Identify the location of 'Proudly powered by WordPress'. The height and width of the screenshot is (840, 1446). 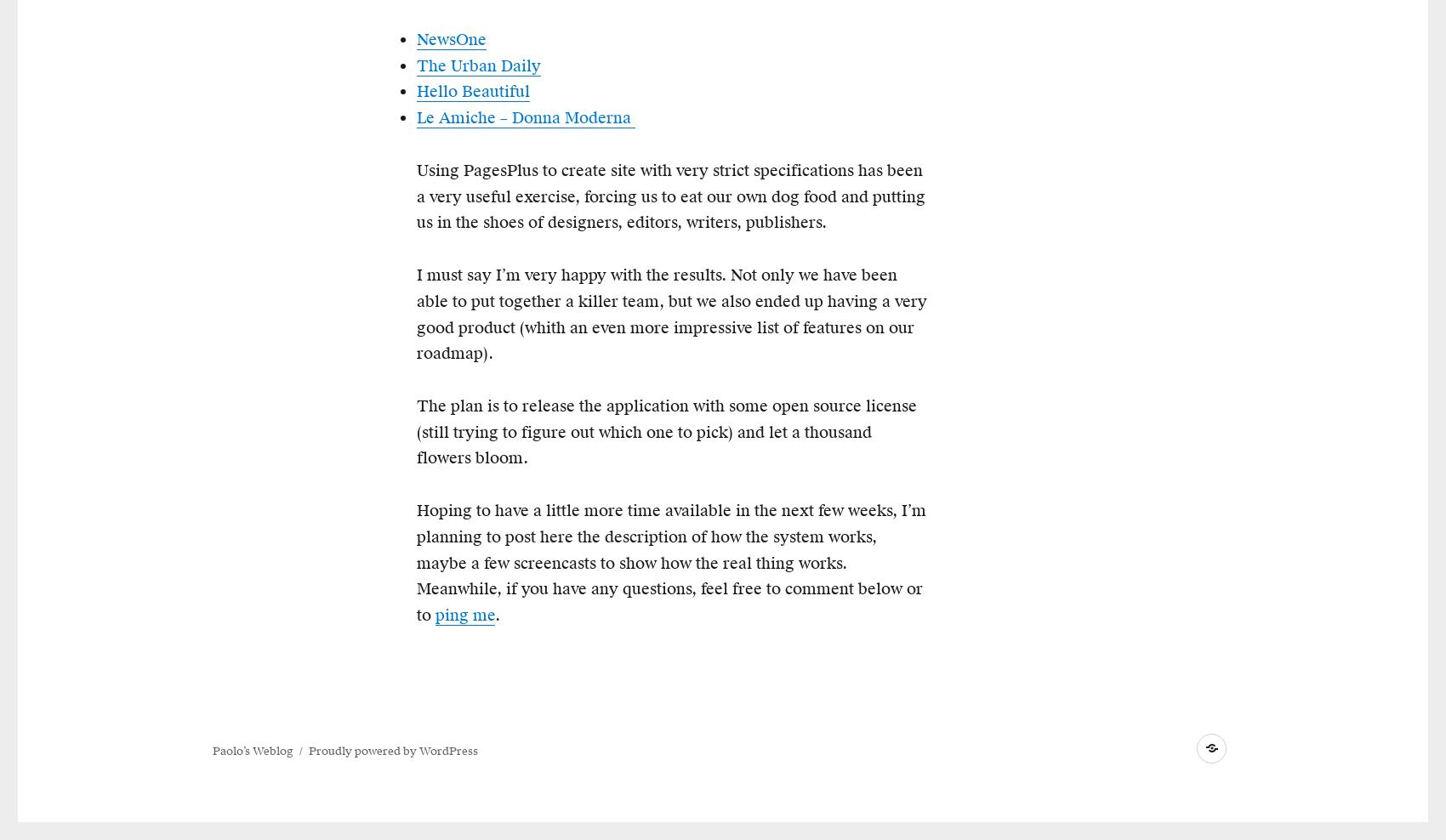
(392, 749).